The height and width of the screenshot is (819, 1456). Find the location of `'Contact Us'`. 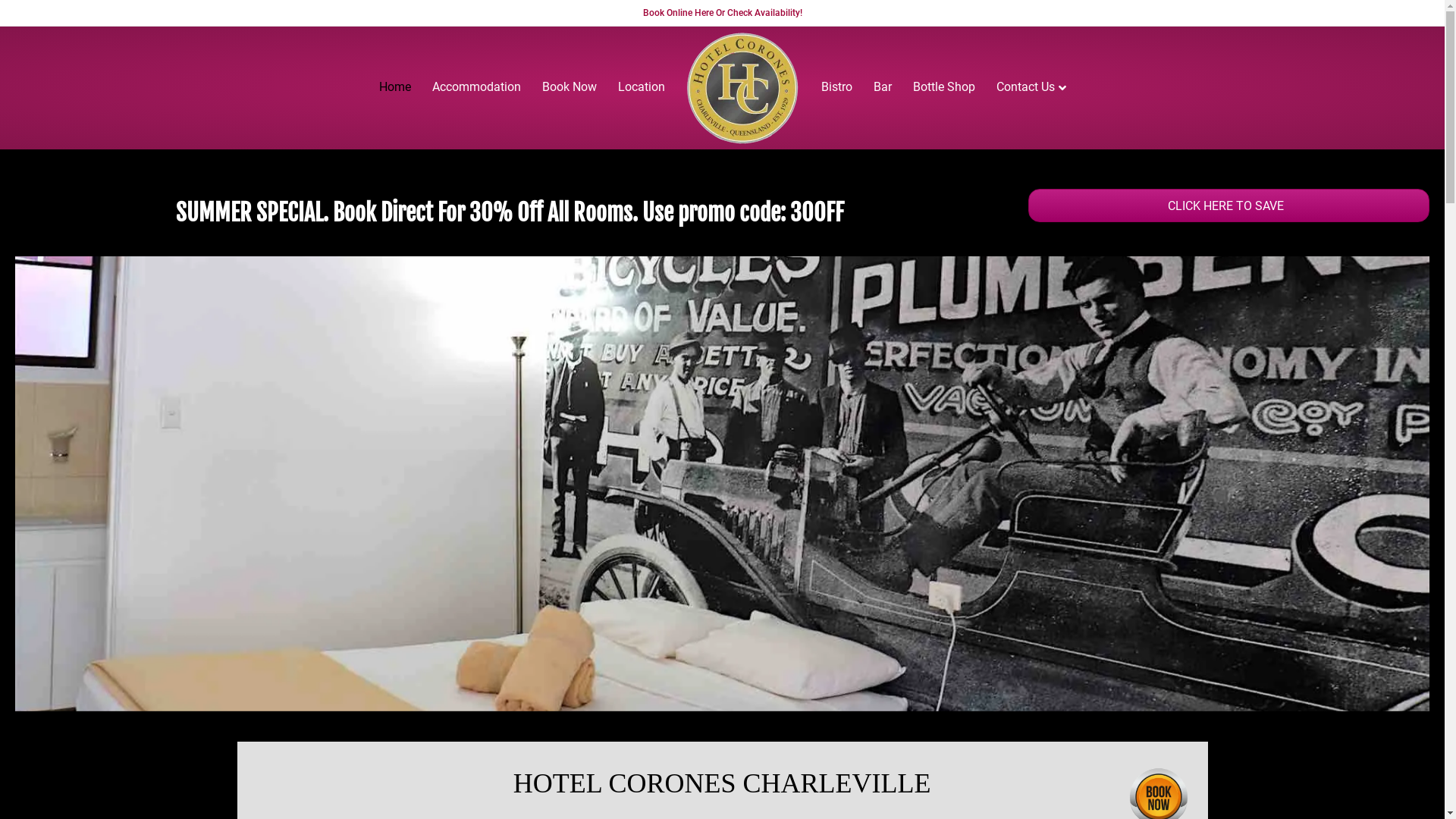

'Contact Us' is located at coordinates (1031, 87).